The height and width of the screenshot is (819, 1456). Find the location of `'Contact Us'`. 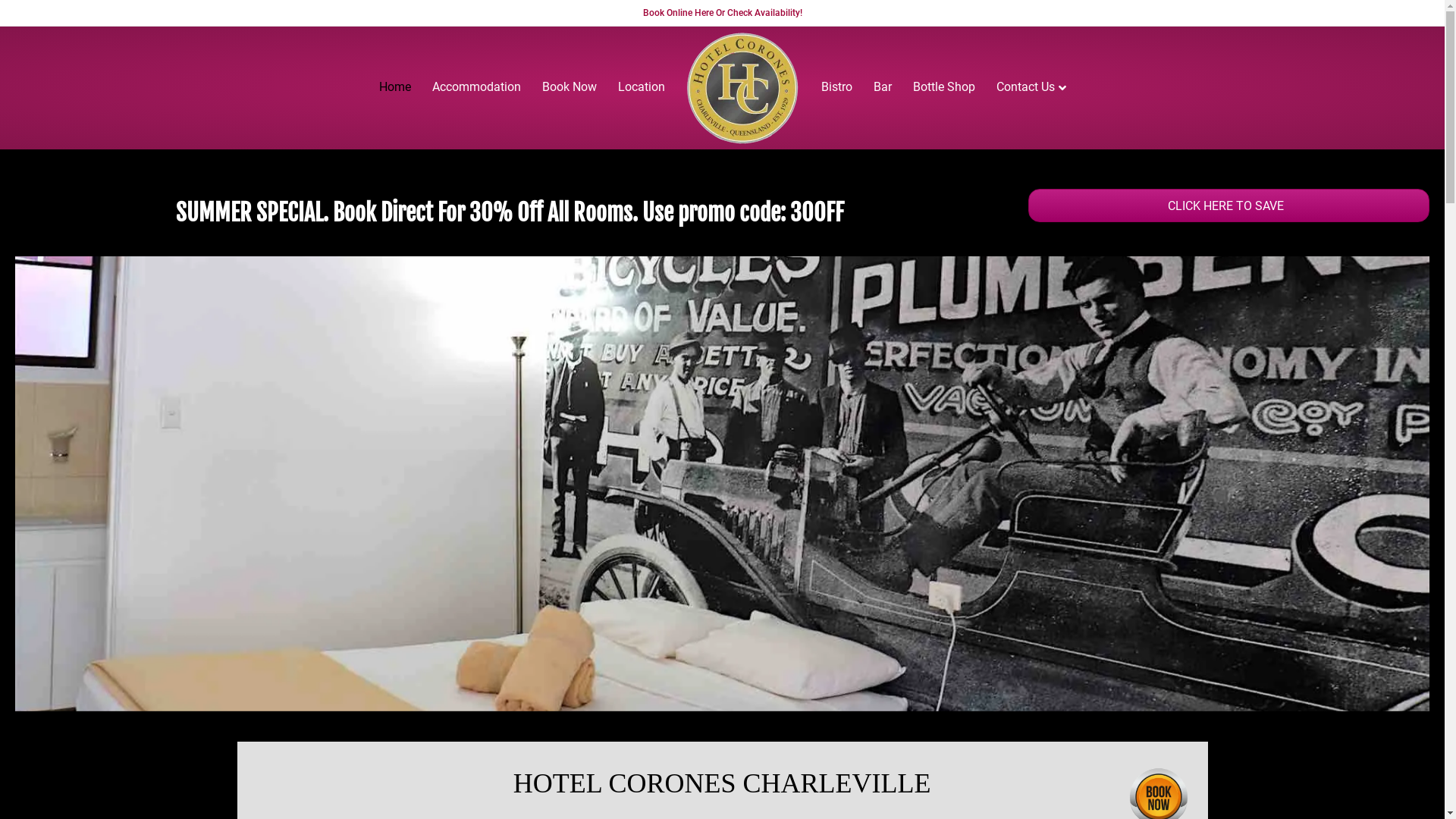

'Contact Us' is located at coordinates (1031, 87).